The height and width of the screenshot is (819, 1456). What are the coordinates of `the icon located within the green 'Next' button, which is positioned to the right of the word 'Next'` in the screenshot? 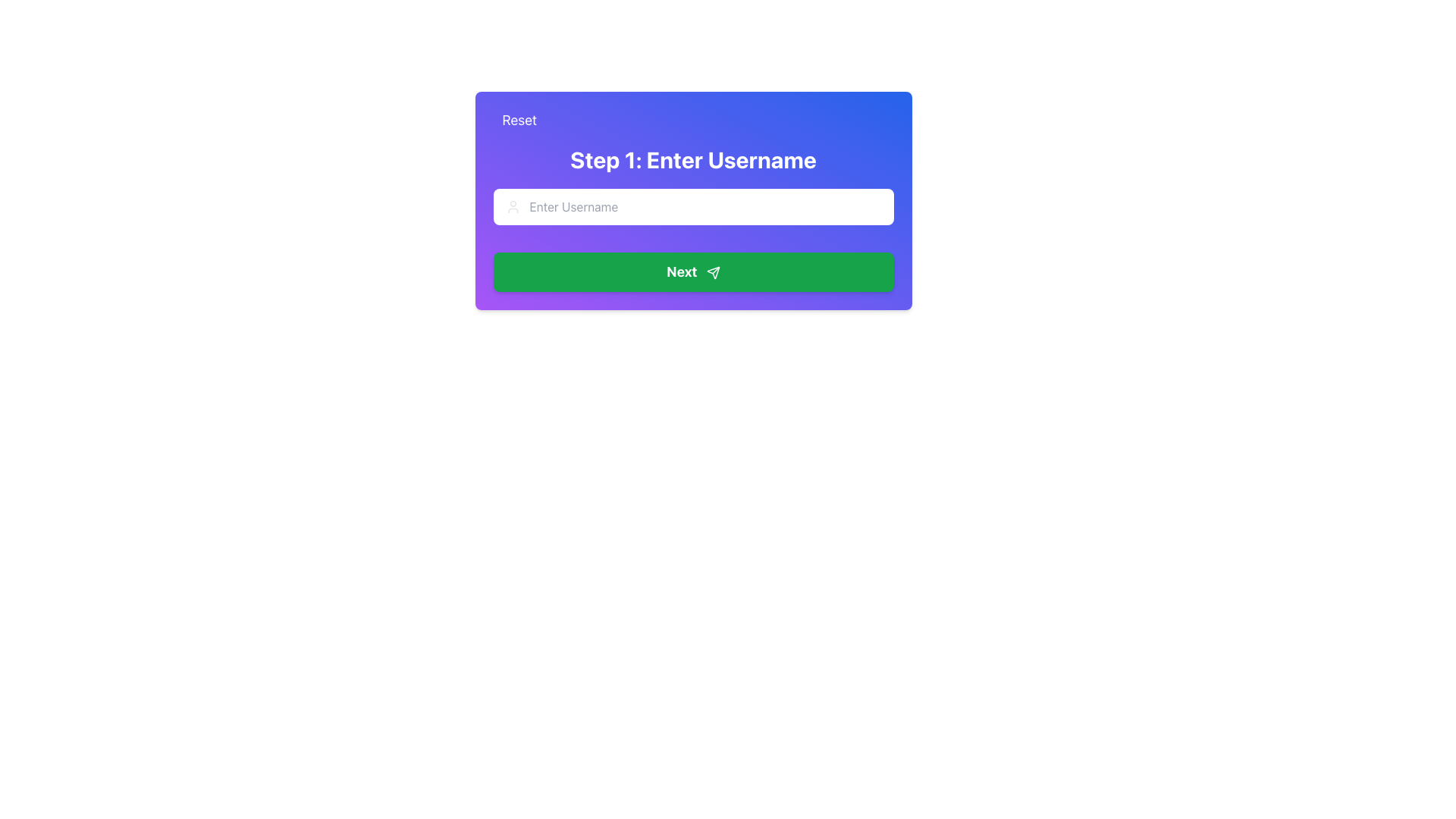 It's located at (712, 273).